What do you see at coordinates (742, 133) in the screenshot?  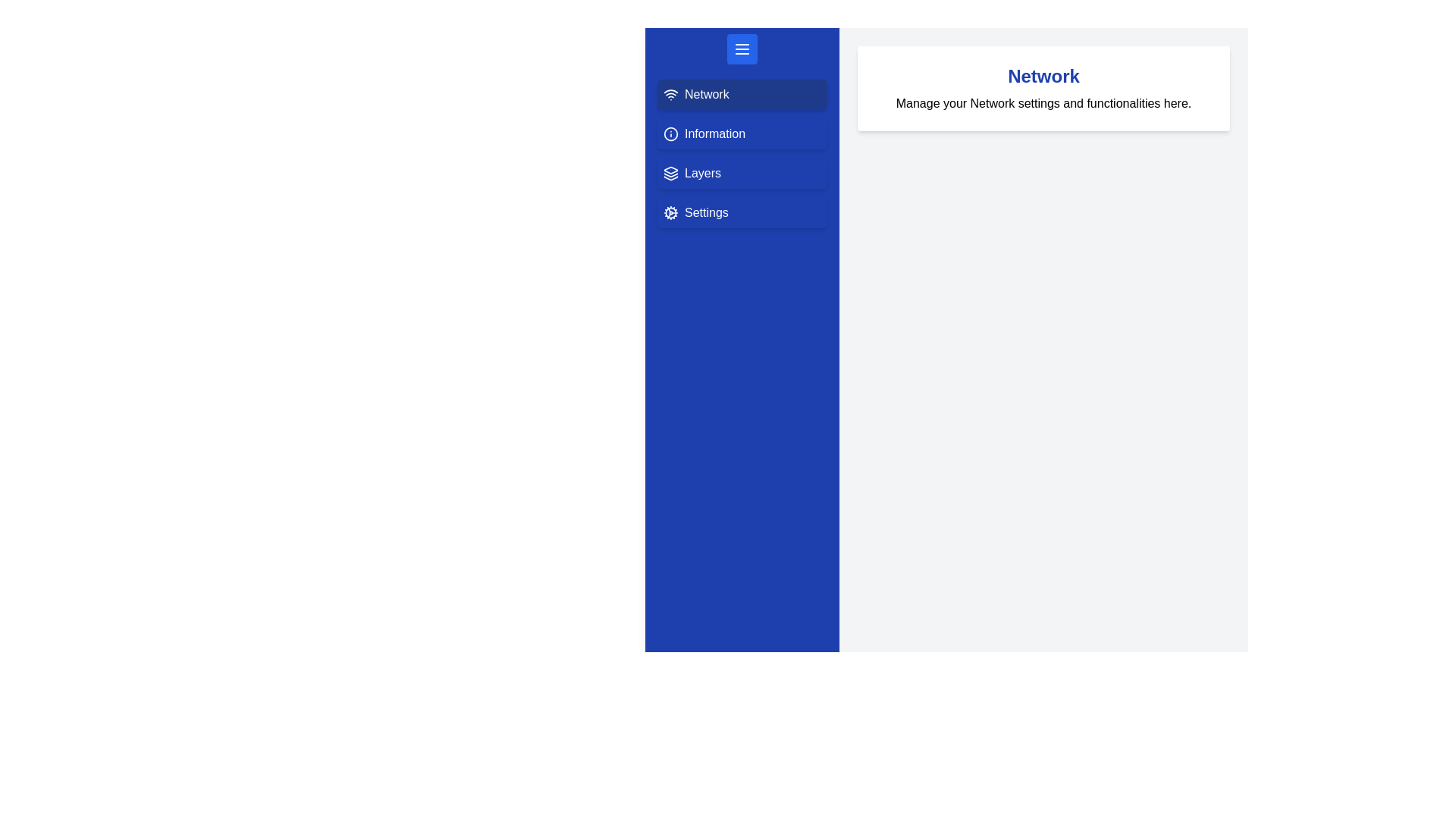 I see `the drawer option labeled 'Information' to observe the hover effect` at bounding box center [742, 133].